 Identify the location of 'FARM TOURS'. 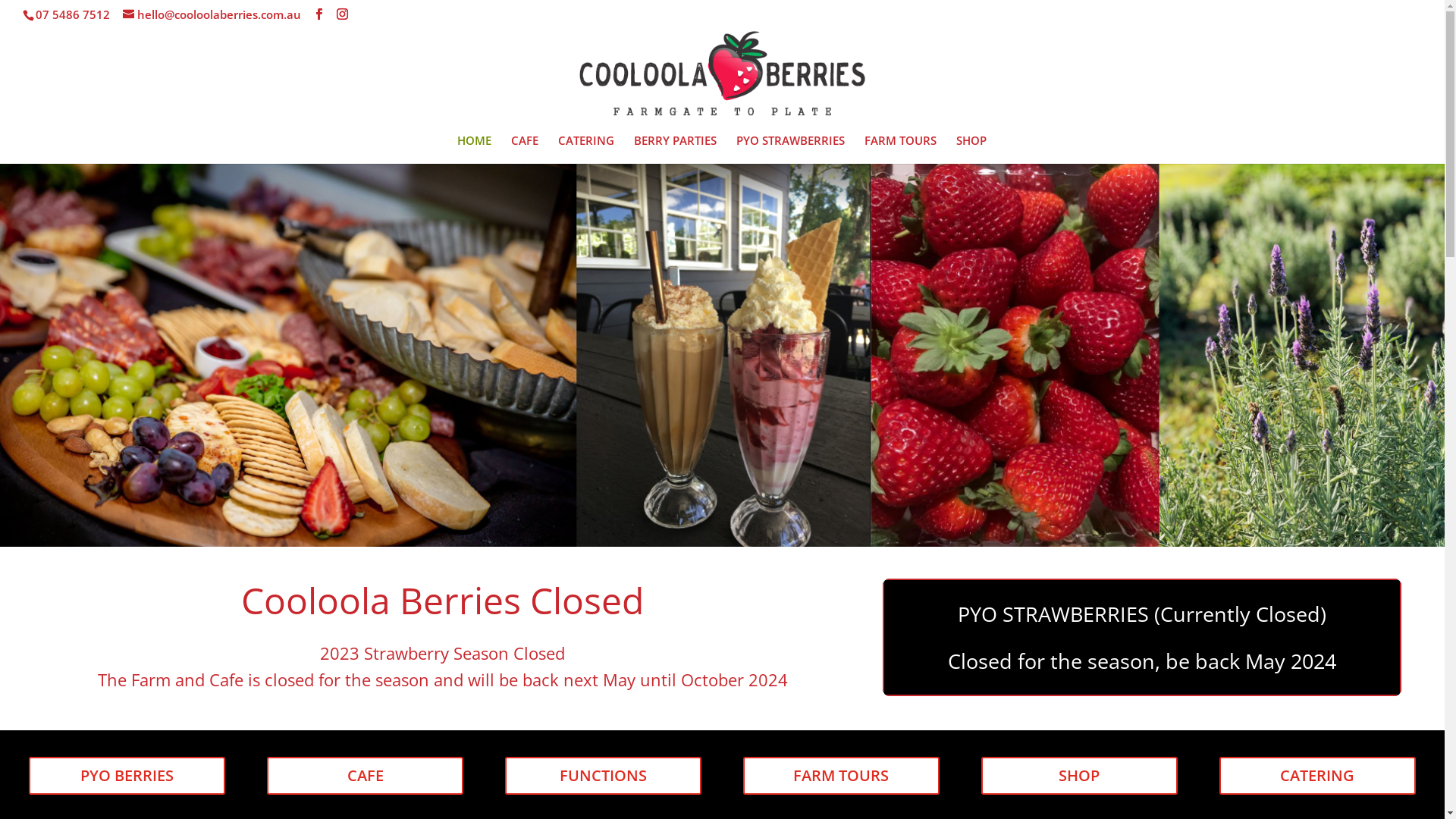
(840, 775).